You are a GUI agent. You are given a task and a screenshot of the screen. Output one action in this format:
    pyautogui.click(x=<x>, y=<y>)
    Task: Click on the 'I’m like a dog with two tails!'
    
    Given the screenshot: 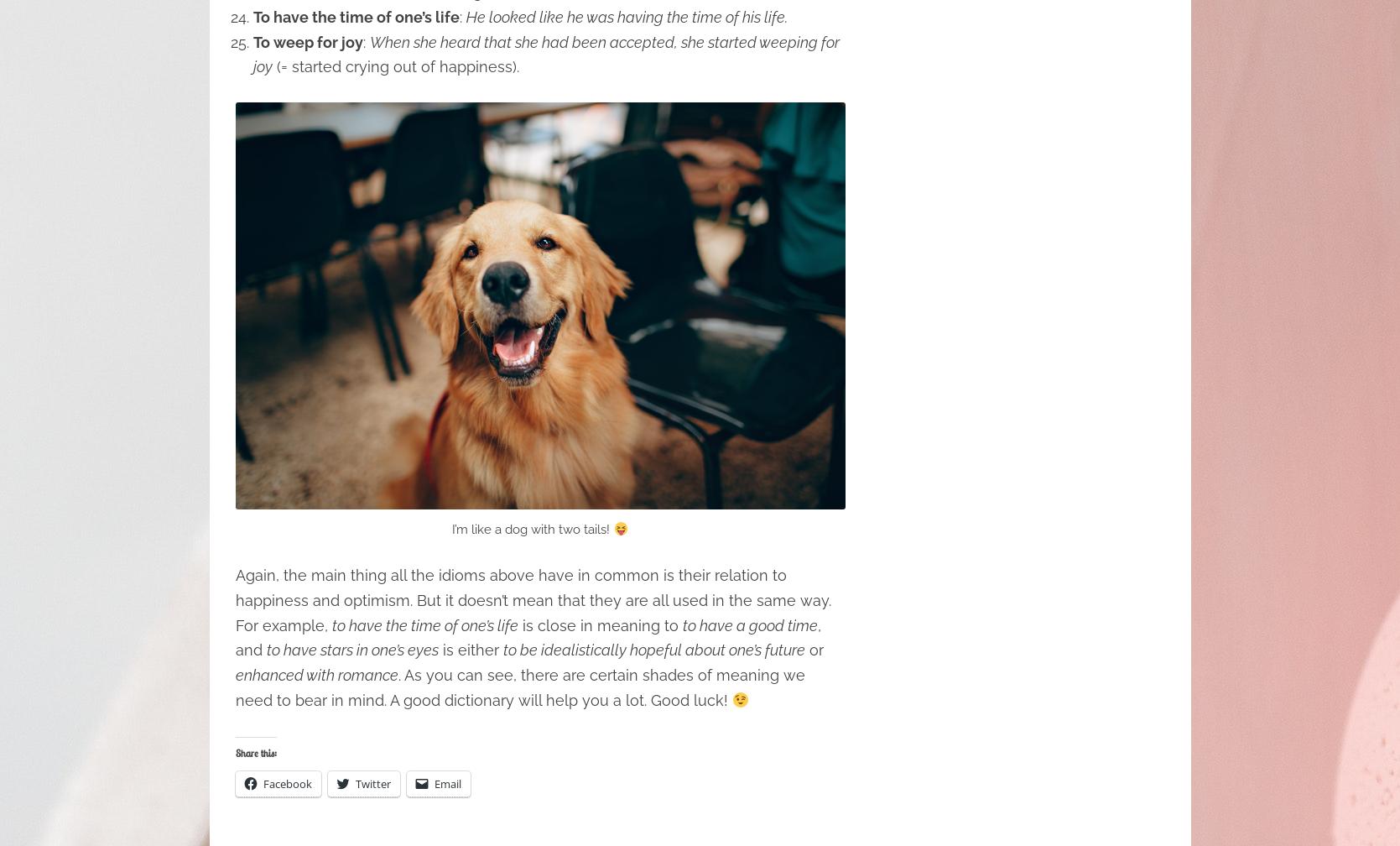 What is the action you would take?
    pyautogui.click(x=450, y=530)
    